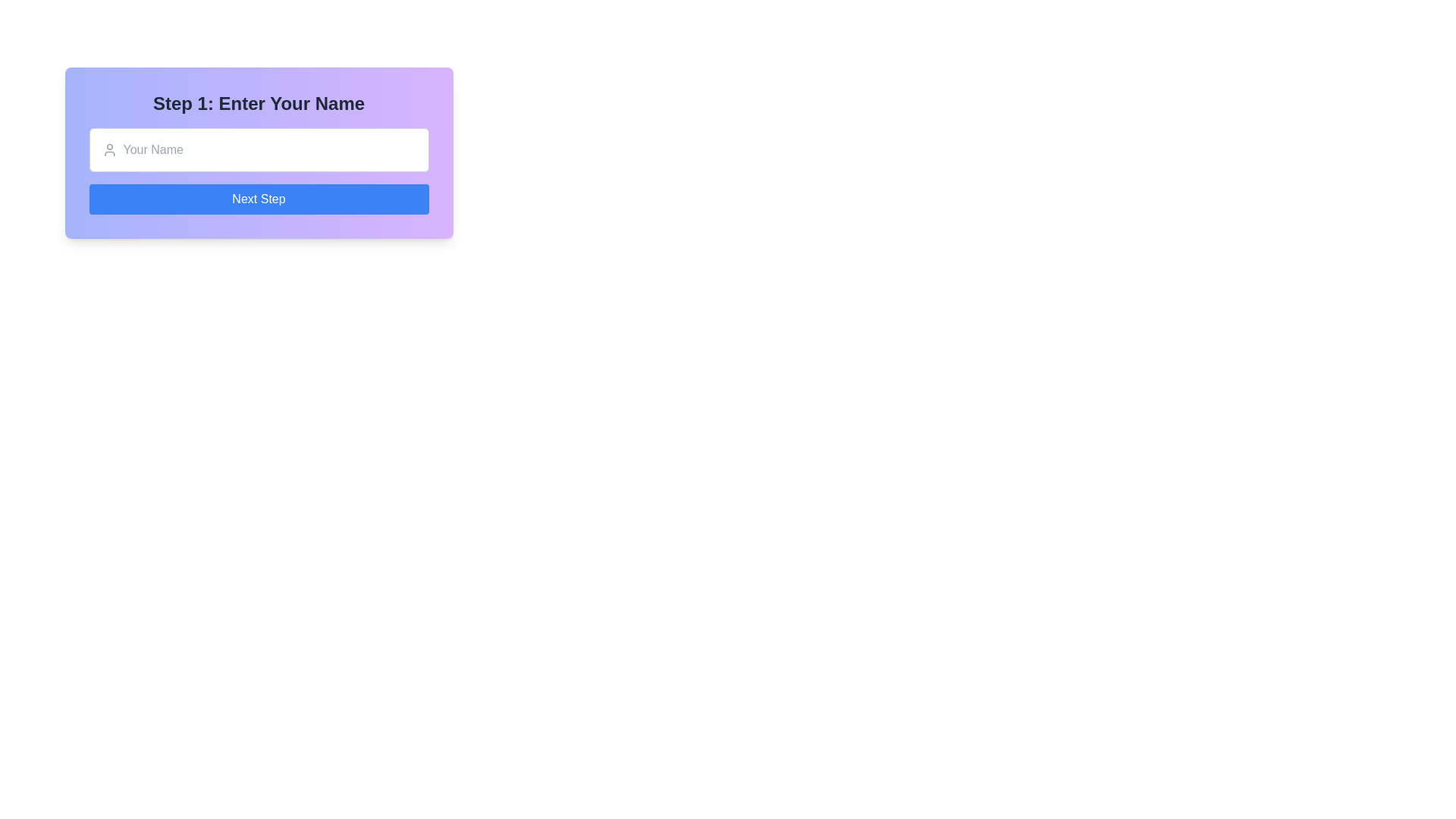 The height and width of the screenshot is (819, 1456). What do you see at coordinates (259, 198) in the screenshot?
I see `the rectangular button with rounded corners, blue background, and white text reading 'Next Step' to proceed to the next step` at bounding box center [259, 198].